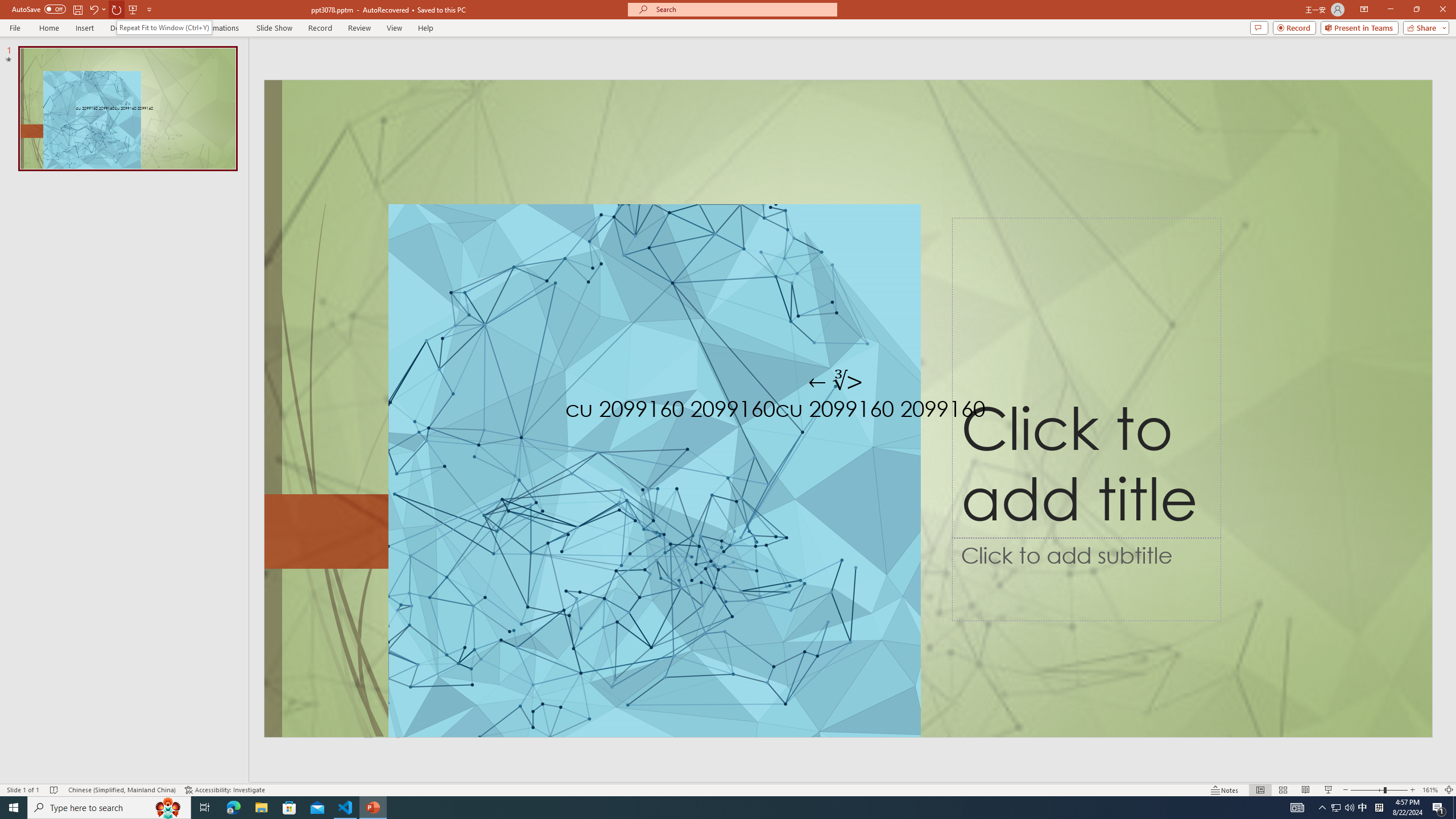 This screenshot has width=1456, height=819. I want to click on 'Zoom 161%', so click(1430, 790).